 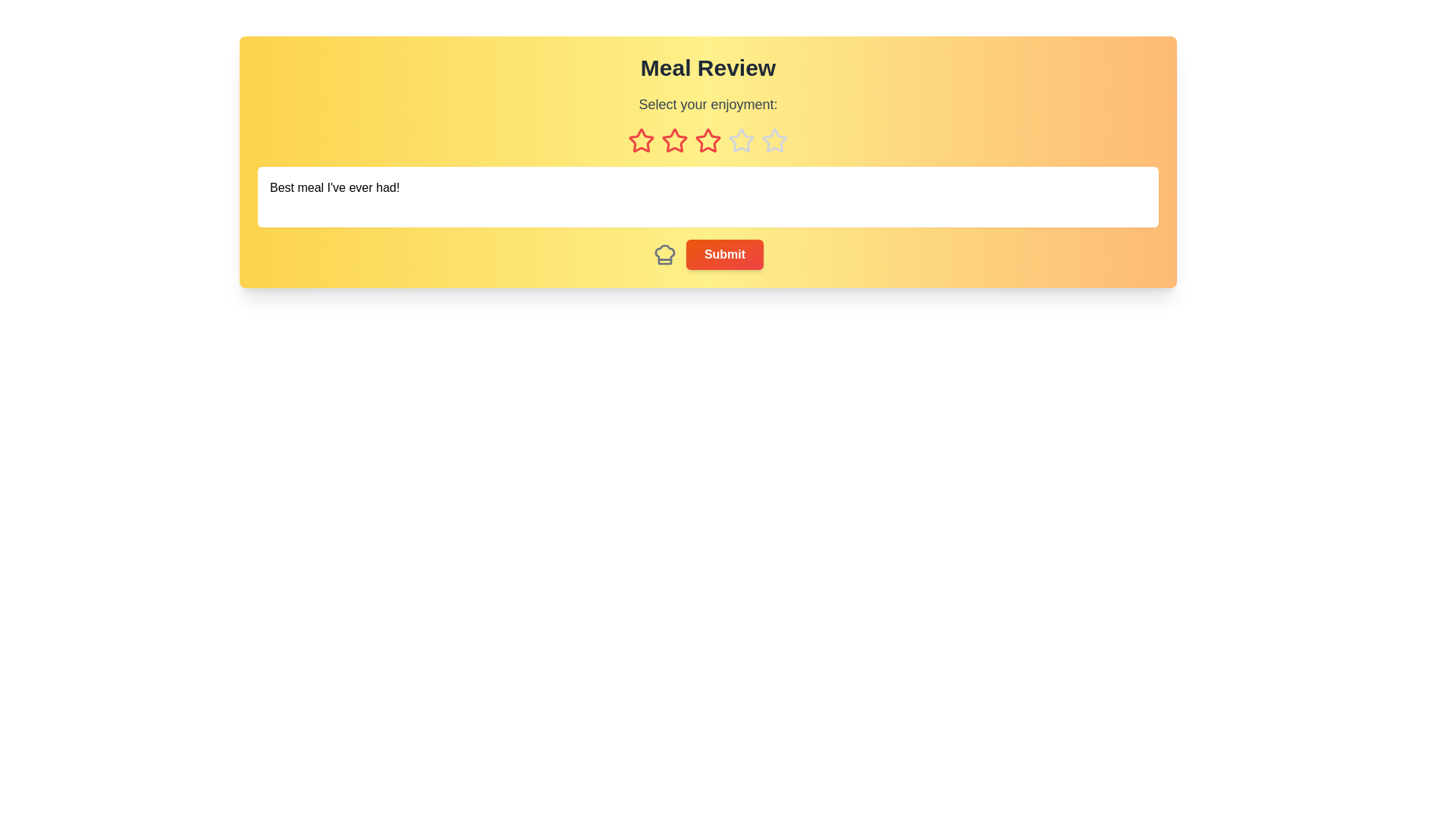 I want to click on the fourth star icon in the five-star rating system located below the text 'Select your enjoyment', so click(x=775, y=140).